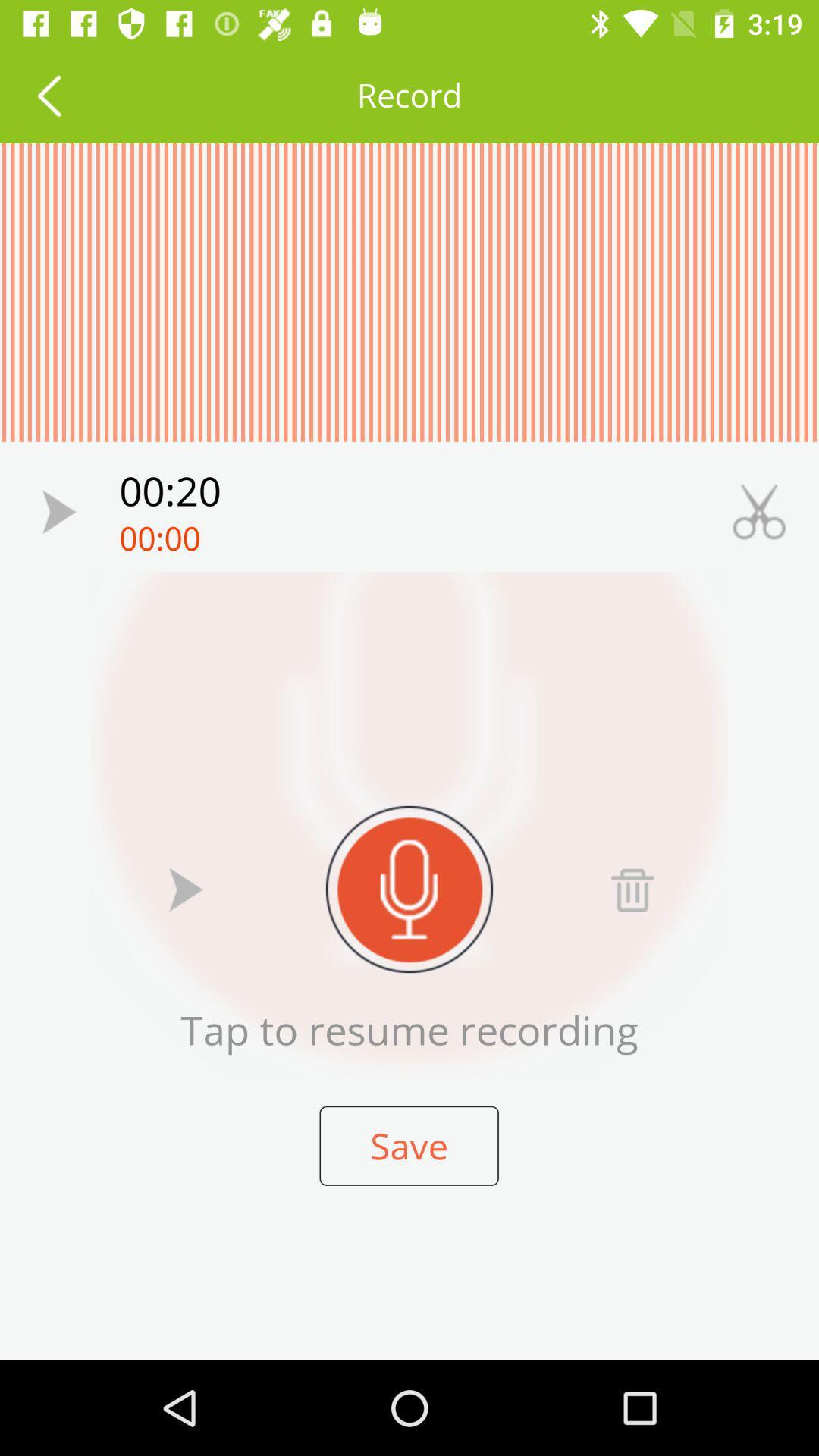 The height and width of the screenshot is (1456, 819). What do you see at coordinates (632, 889) in the screenshot?
I see `the delete icon` at bounding box center [632, 889].